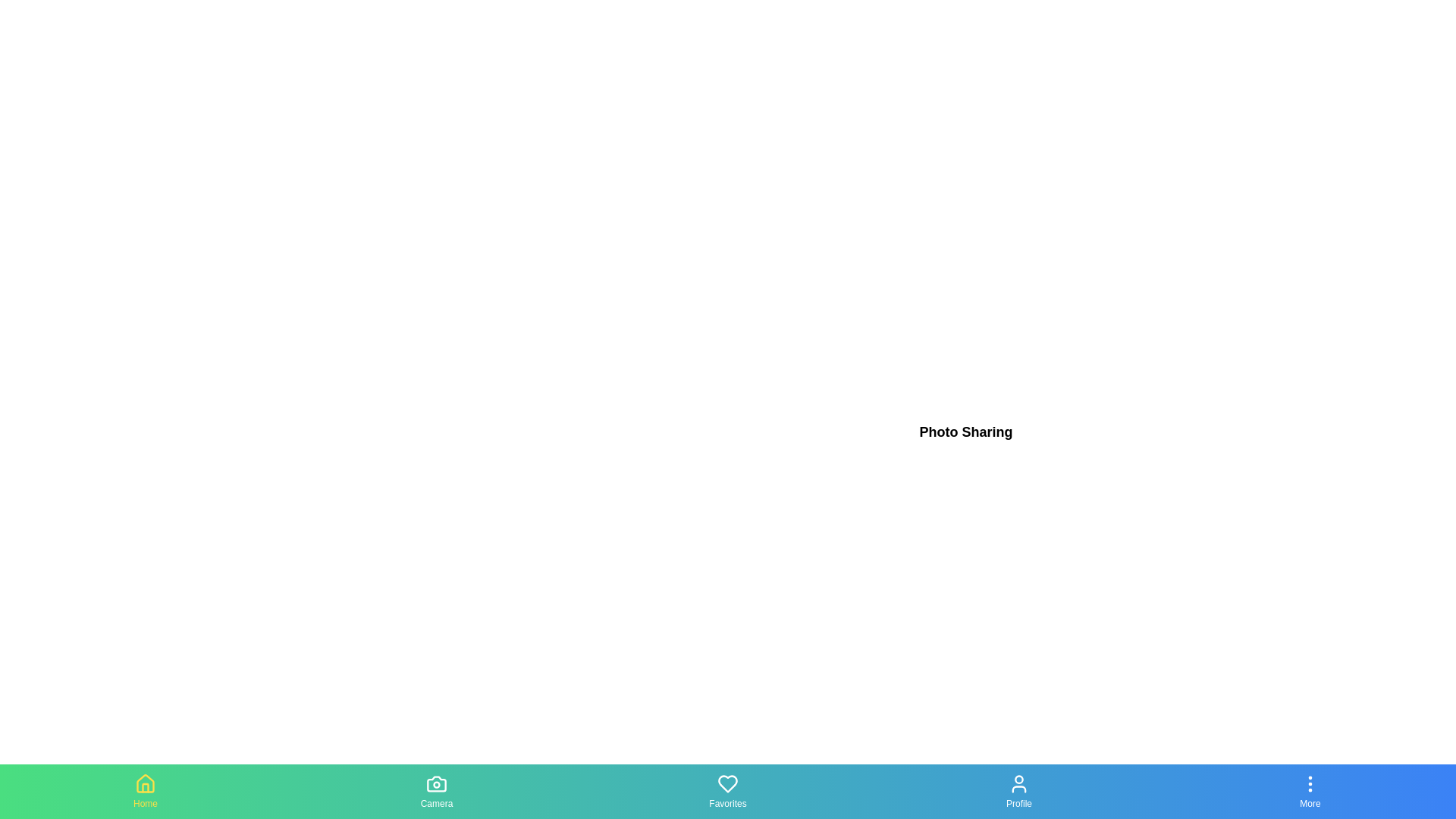 This screenshot has height=819, width=1456. I want to click on the Favorites navigation icon, so click(728, 791).